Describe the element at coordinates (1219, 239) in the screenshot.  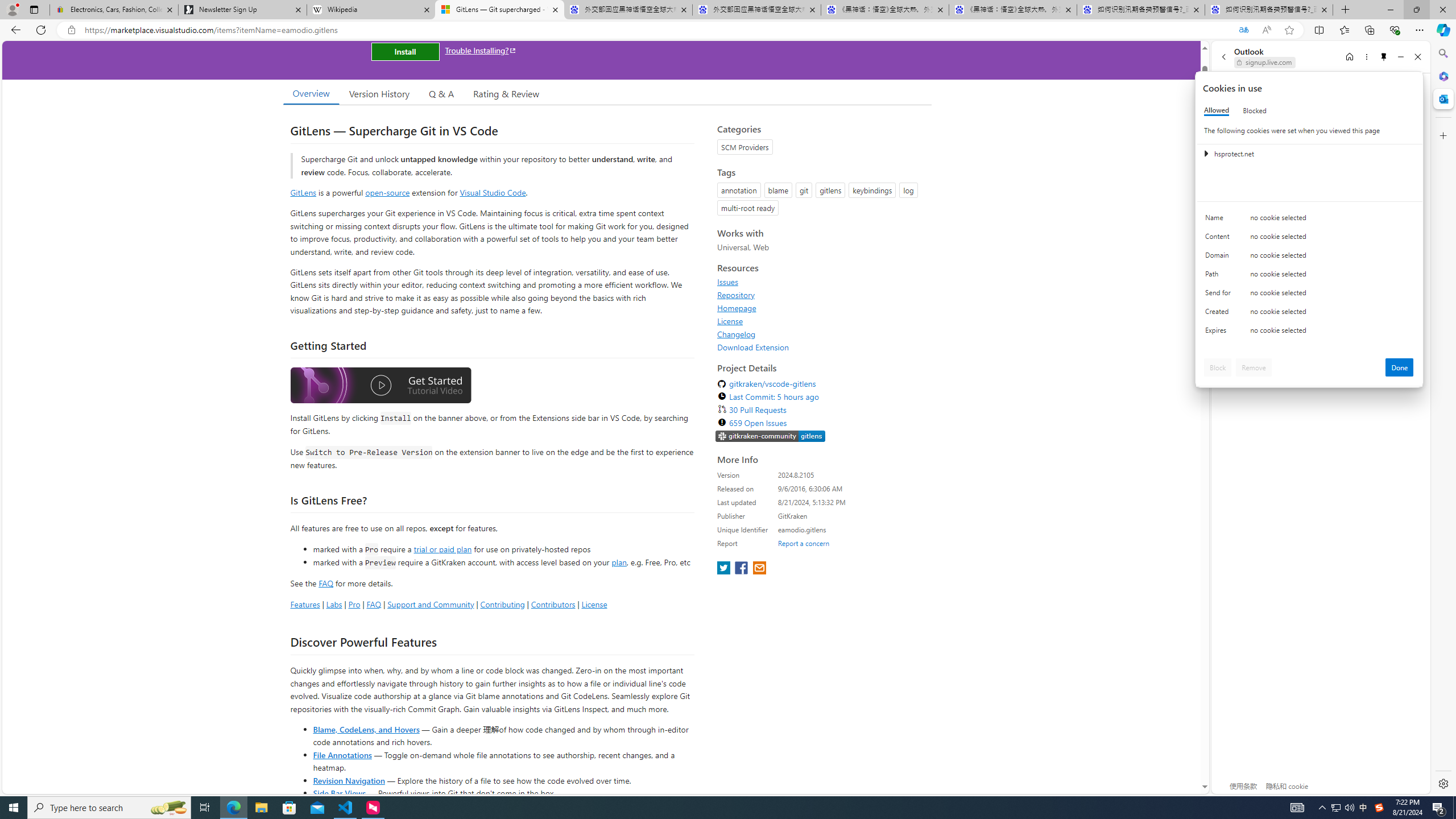
I see `'Content'` at that location.